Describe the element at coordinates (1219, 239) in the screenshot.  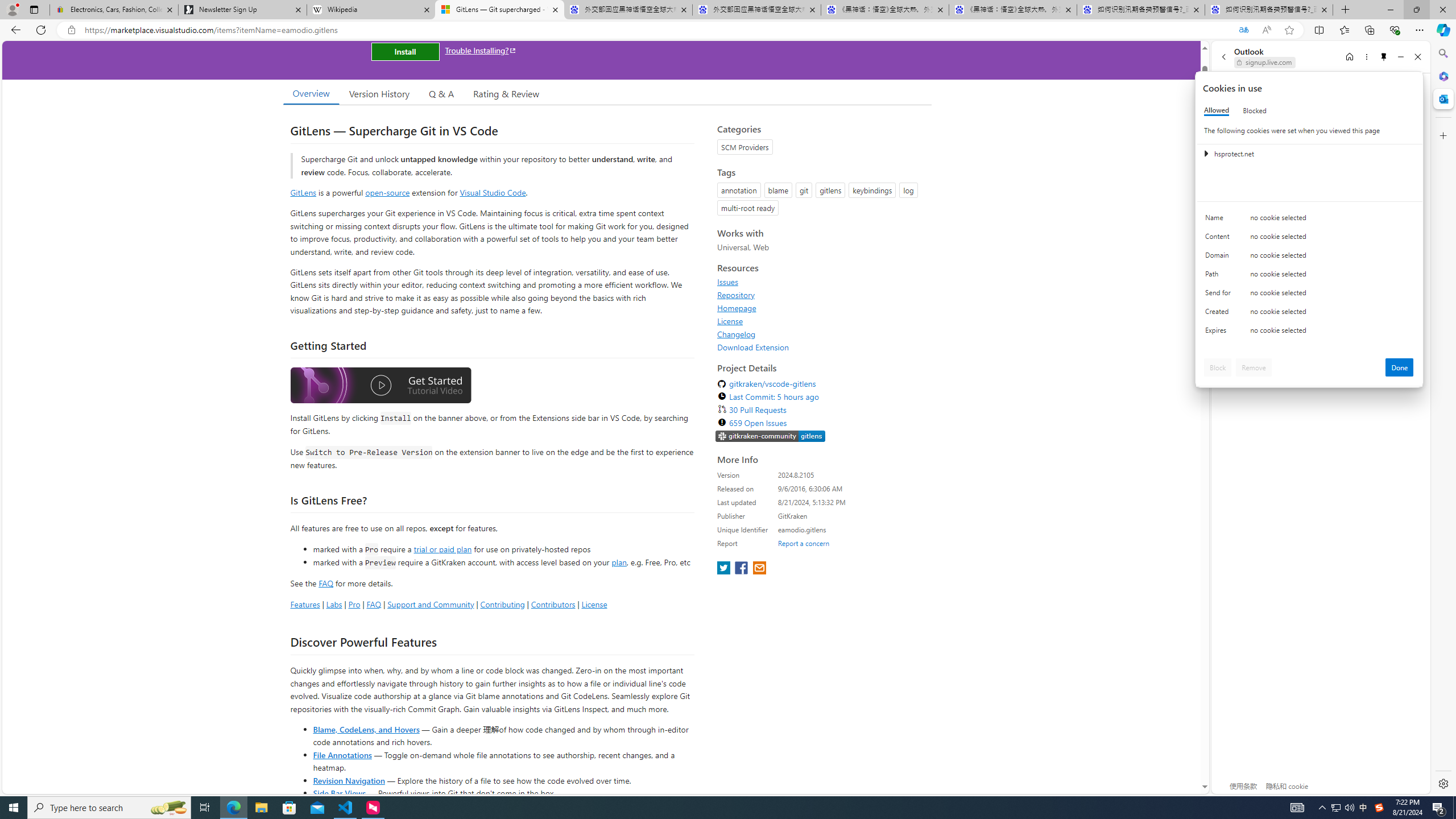
I see `'Content'` at that location.